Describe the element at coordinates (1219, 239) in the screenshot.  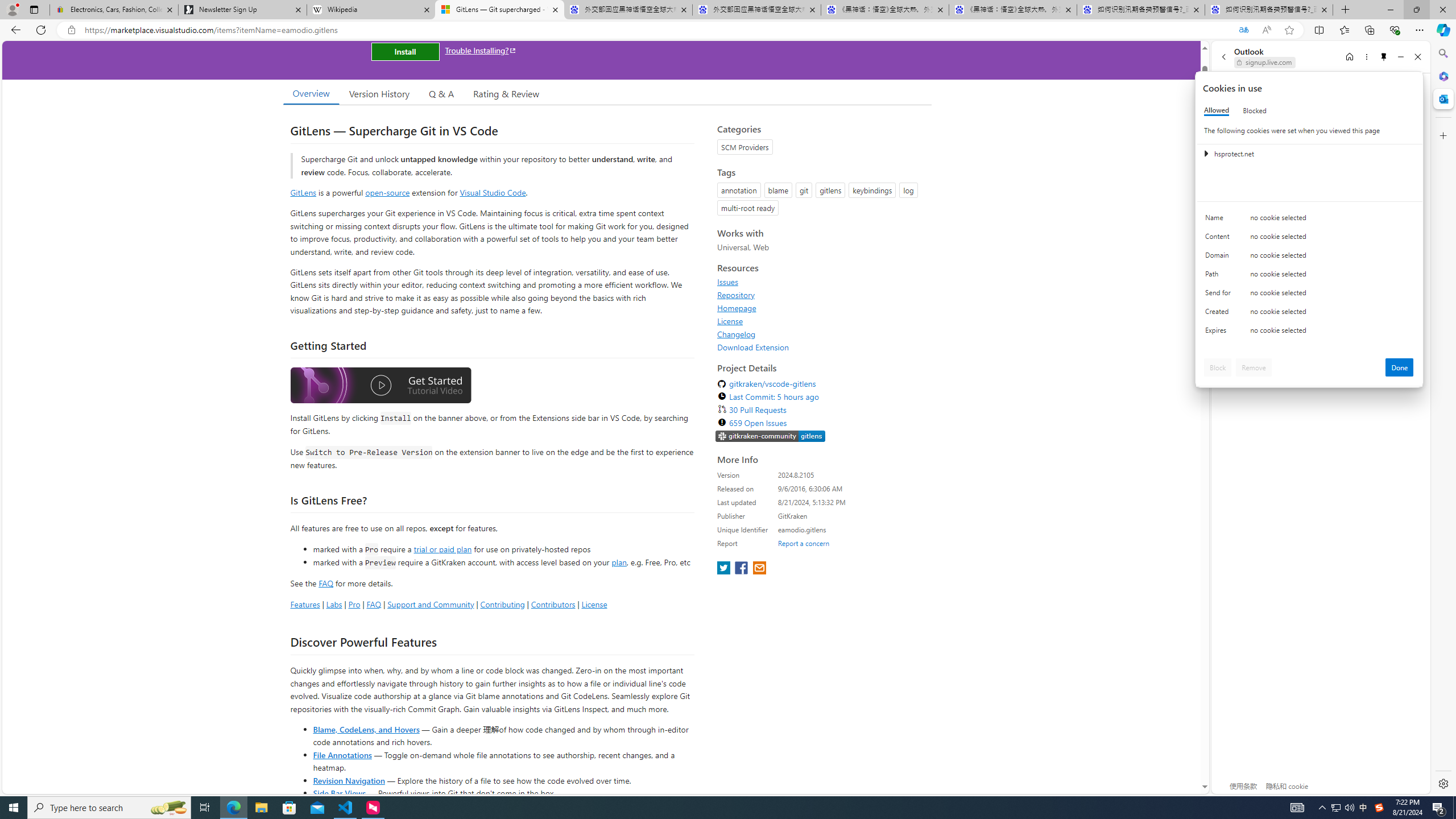
I see `'Content'` at that location.